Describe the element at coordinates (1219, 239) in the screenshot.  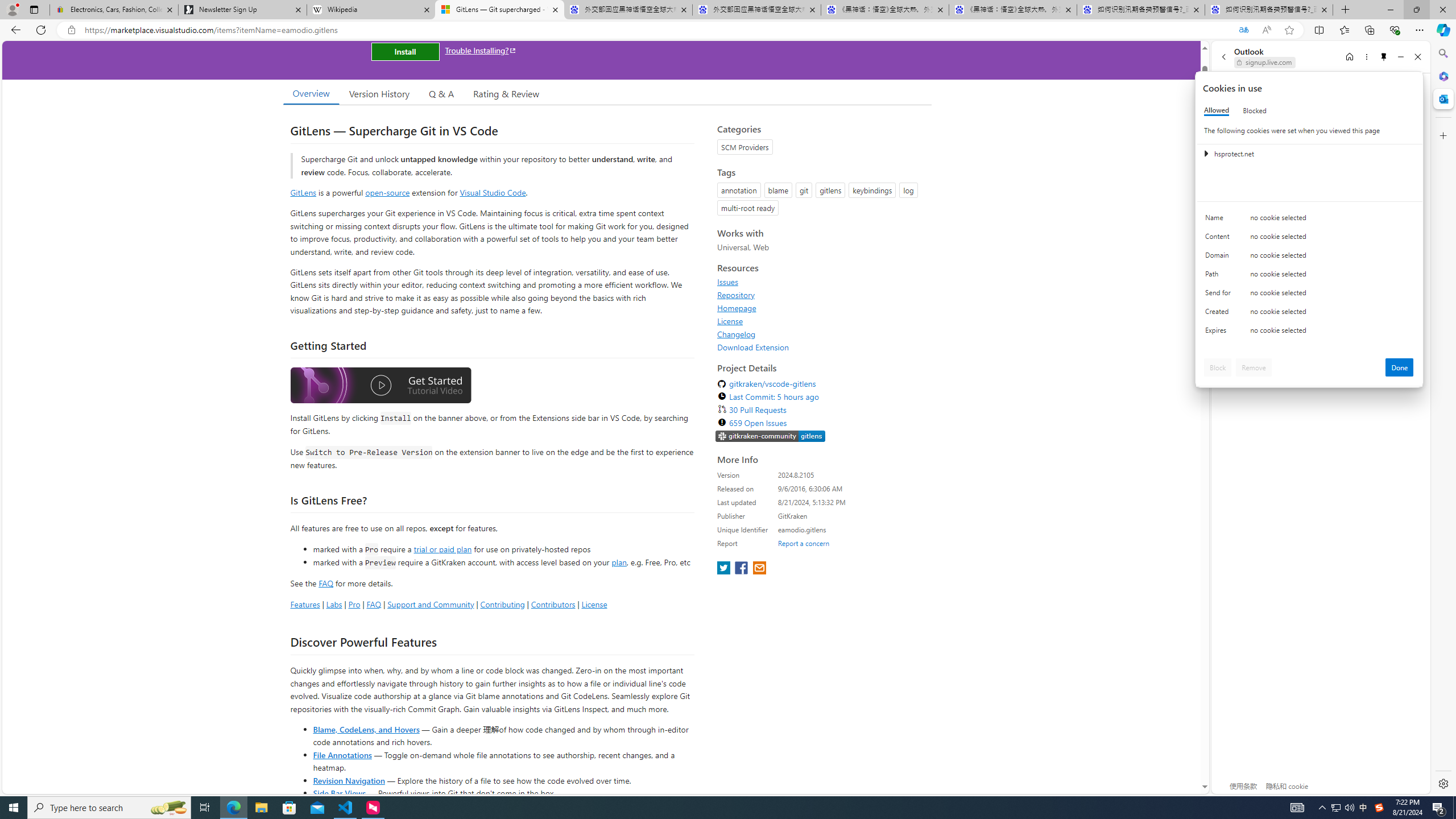
I see `'Content'` at that location.